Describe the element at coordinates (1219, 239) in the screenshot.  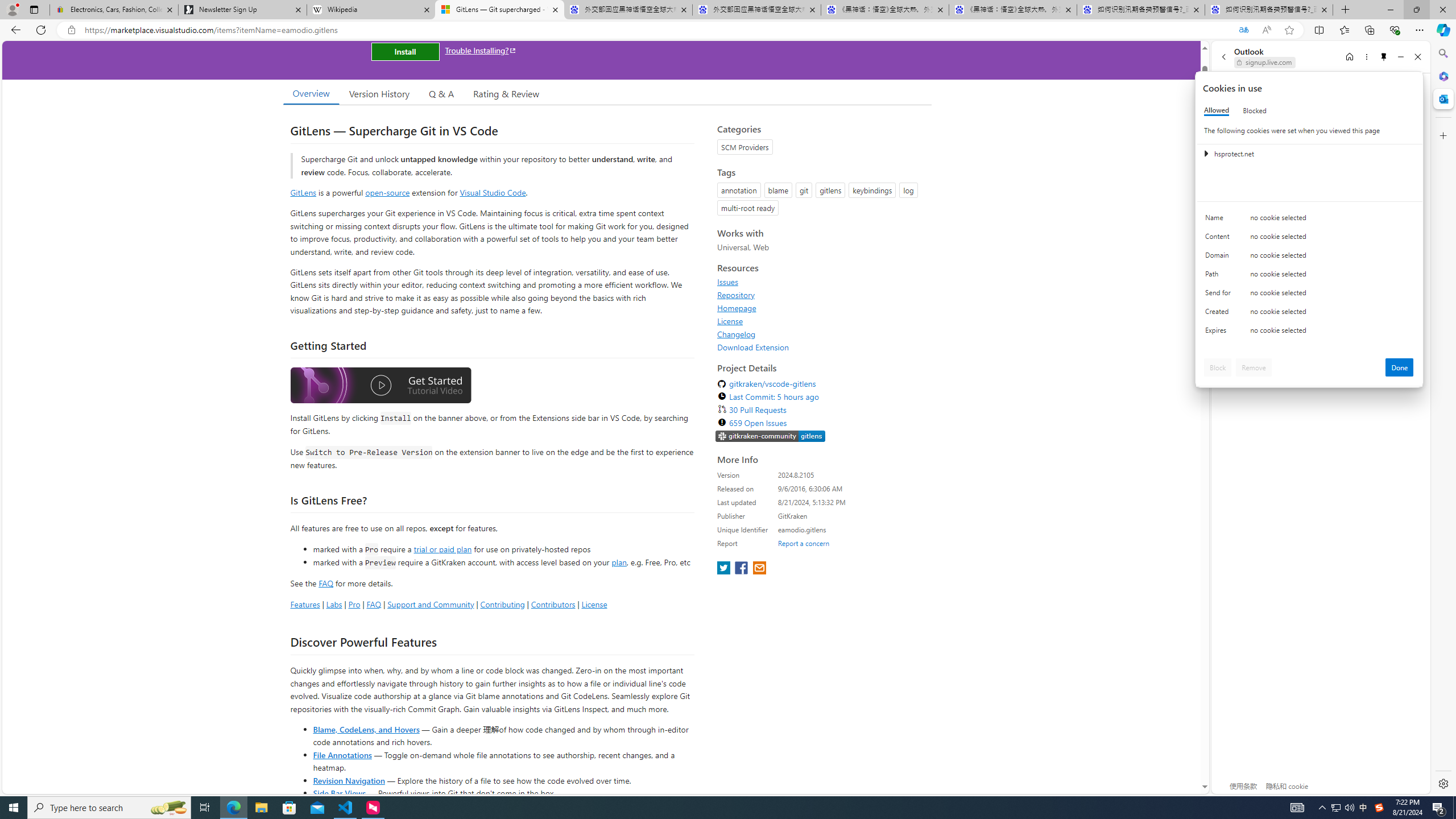
I see `'Content'` at that location.